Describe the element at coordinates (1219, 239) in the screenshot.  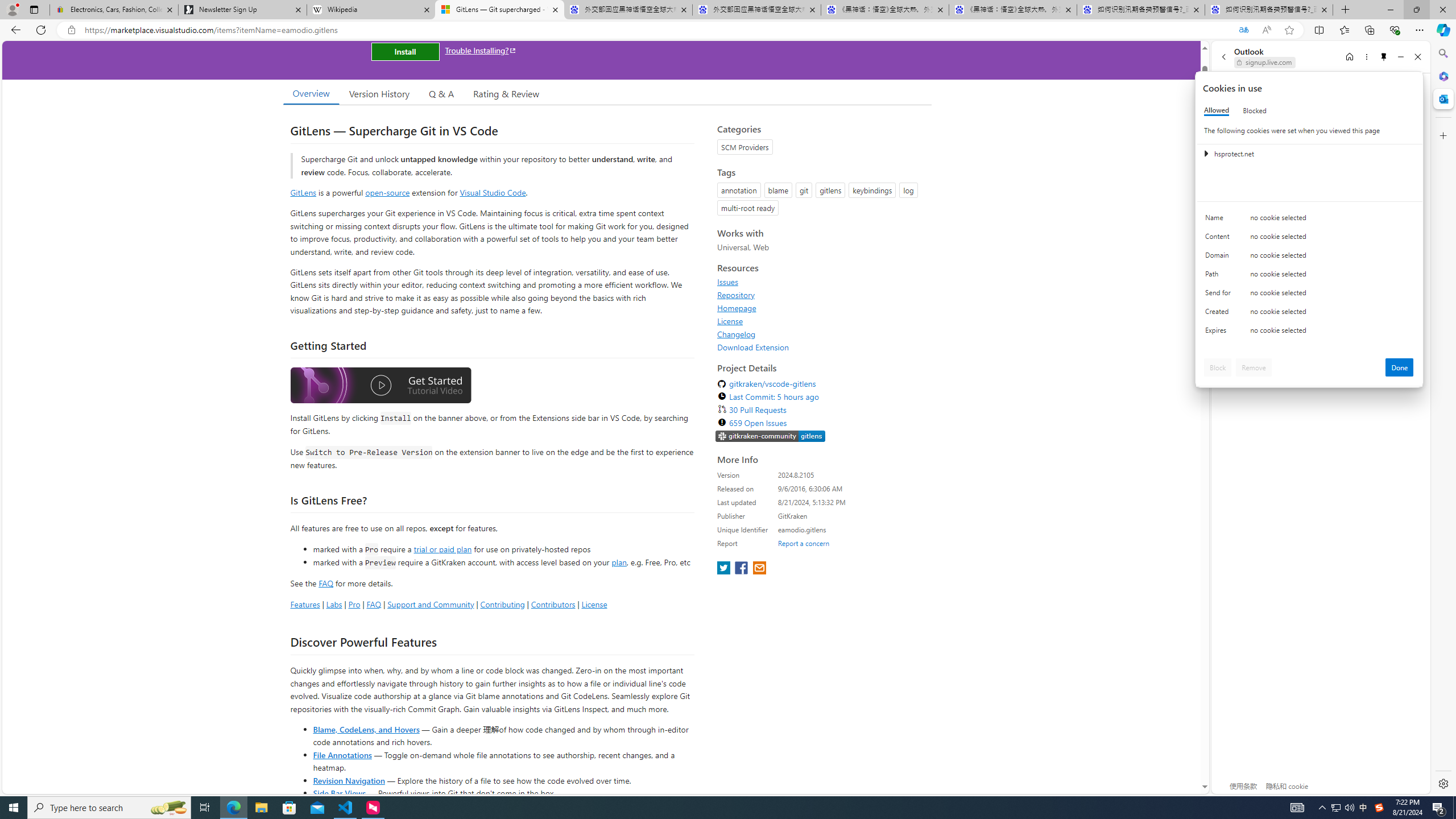
I see `'Content'` at that location.